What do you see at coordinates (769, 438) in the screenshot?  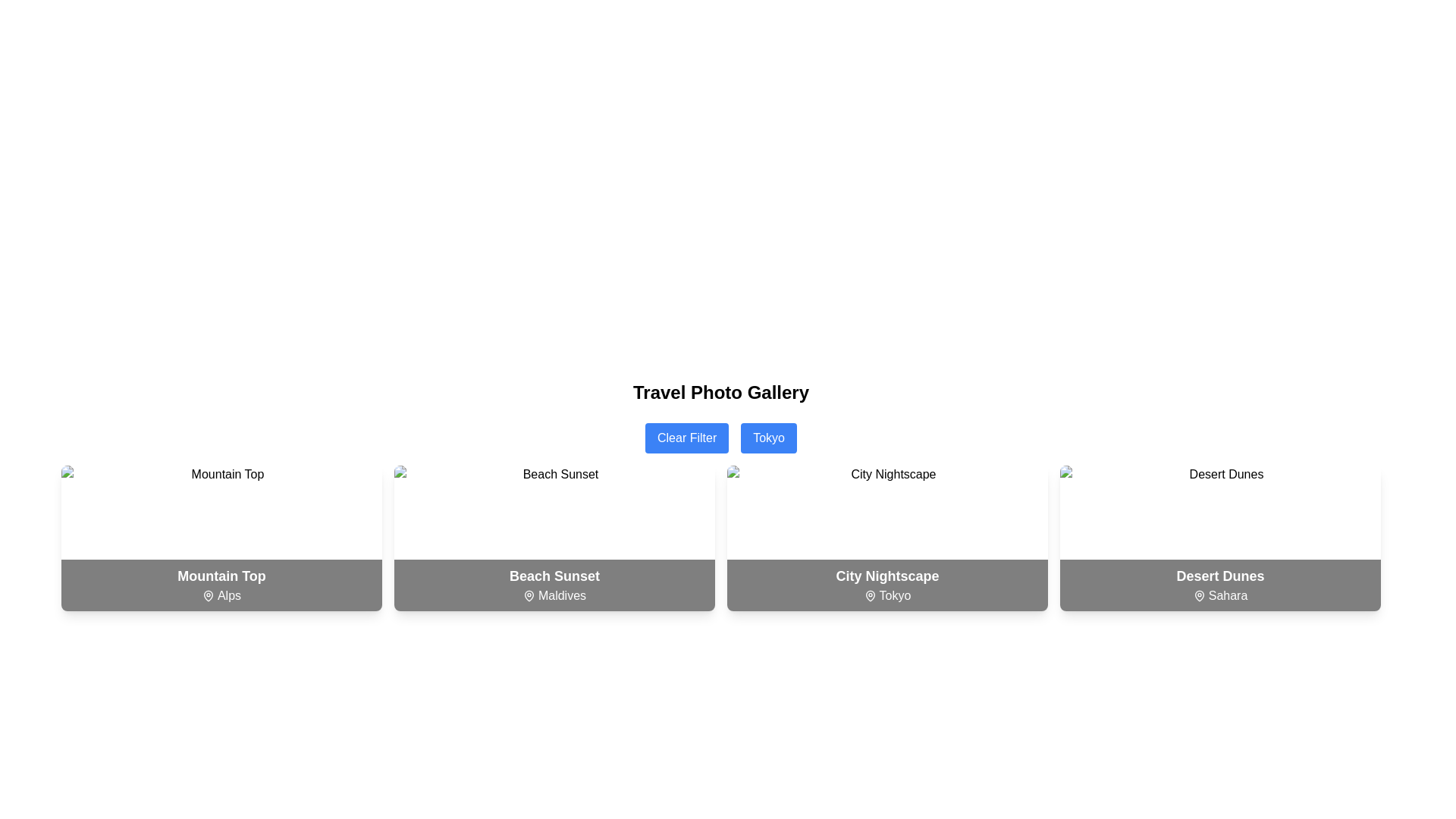 I see `the blue rectangular button labeled 'Tokyo'` at bounding box center [769, 438].